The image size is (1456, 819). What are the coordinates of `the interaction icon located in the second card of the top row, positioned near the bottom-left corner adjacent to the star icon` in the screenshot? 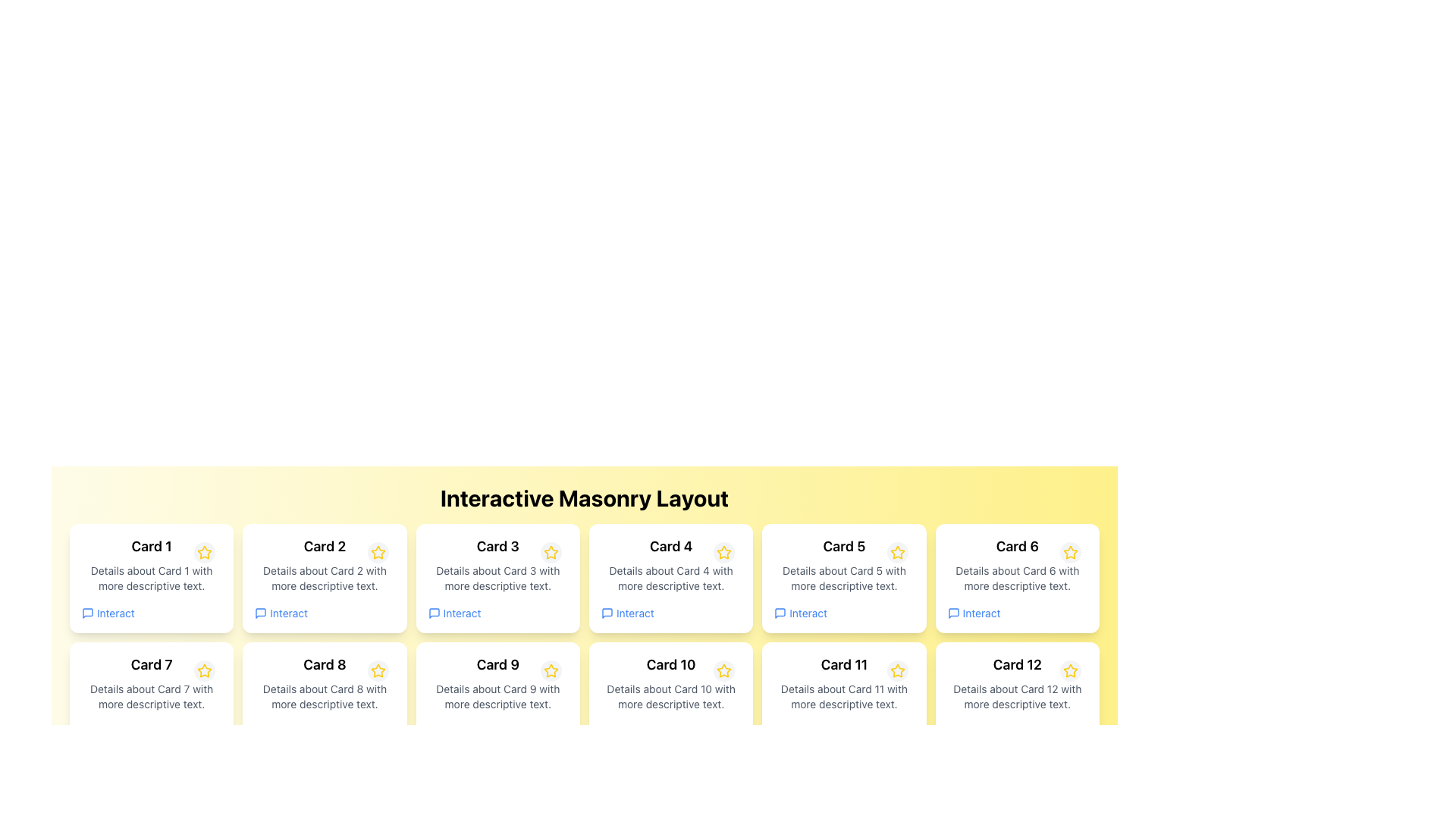 It's located at (261, 613).